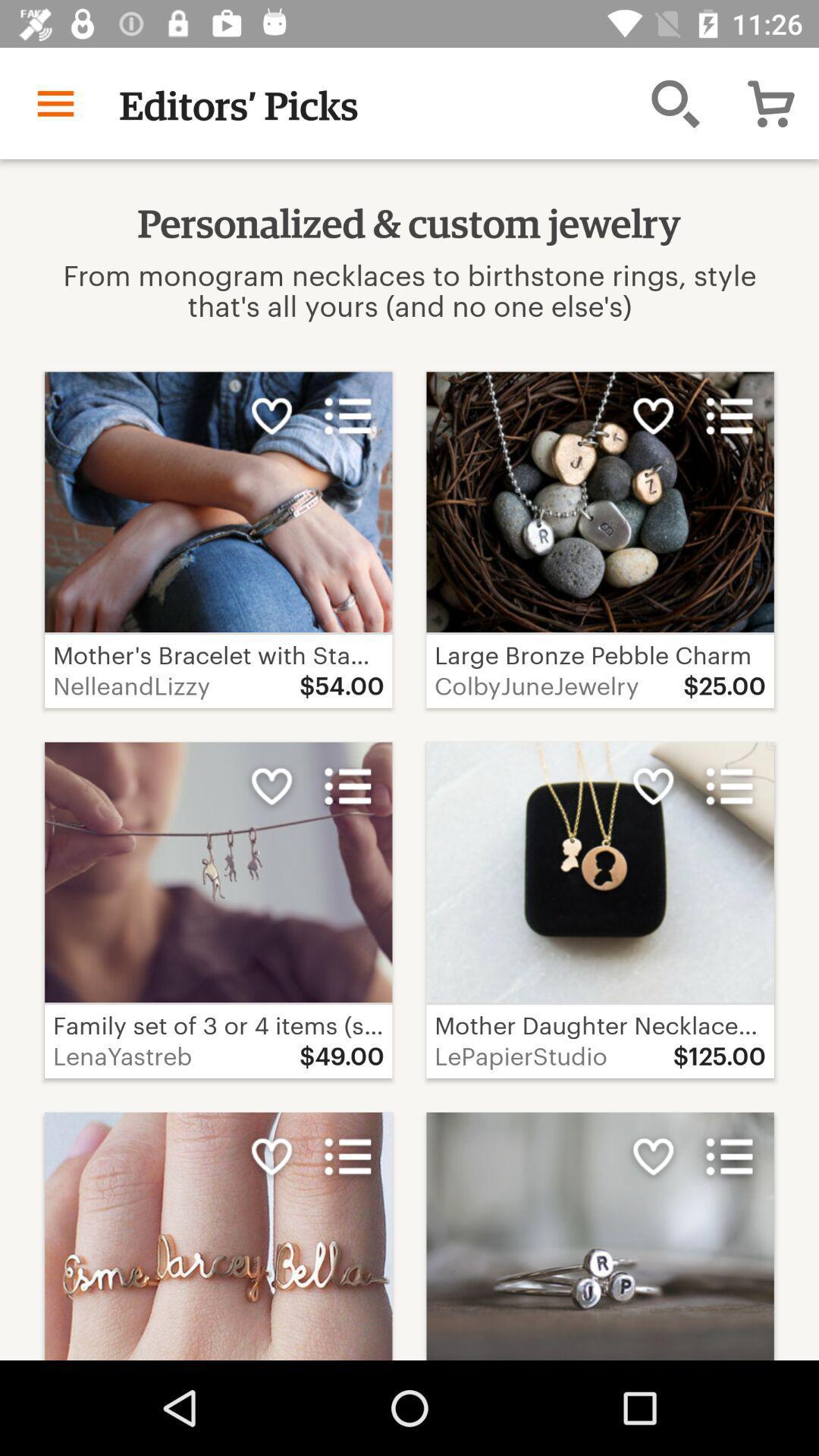 The width and height of the screenshot is (819, 1456). Describe the element at coordinates (55, 102) in the screenshot. I see `icon above the from monogram necklaces` at that location.